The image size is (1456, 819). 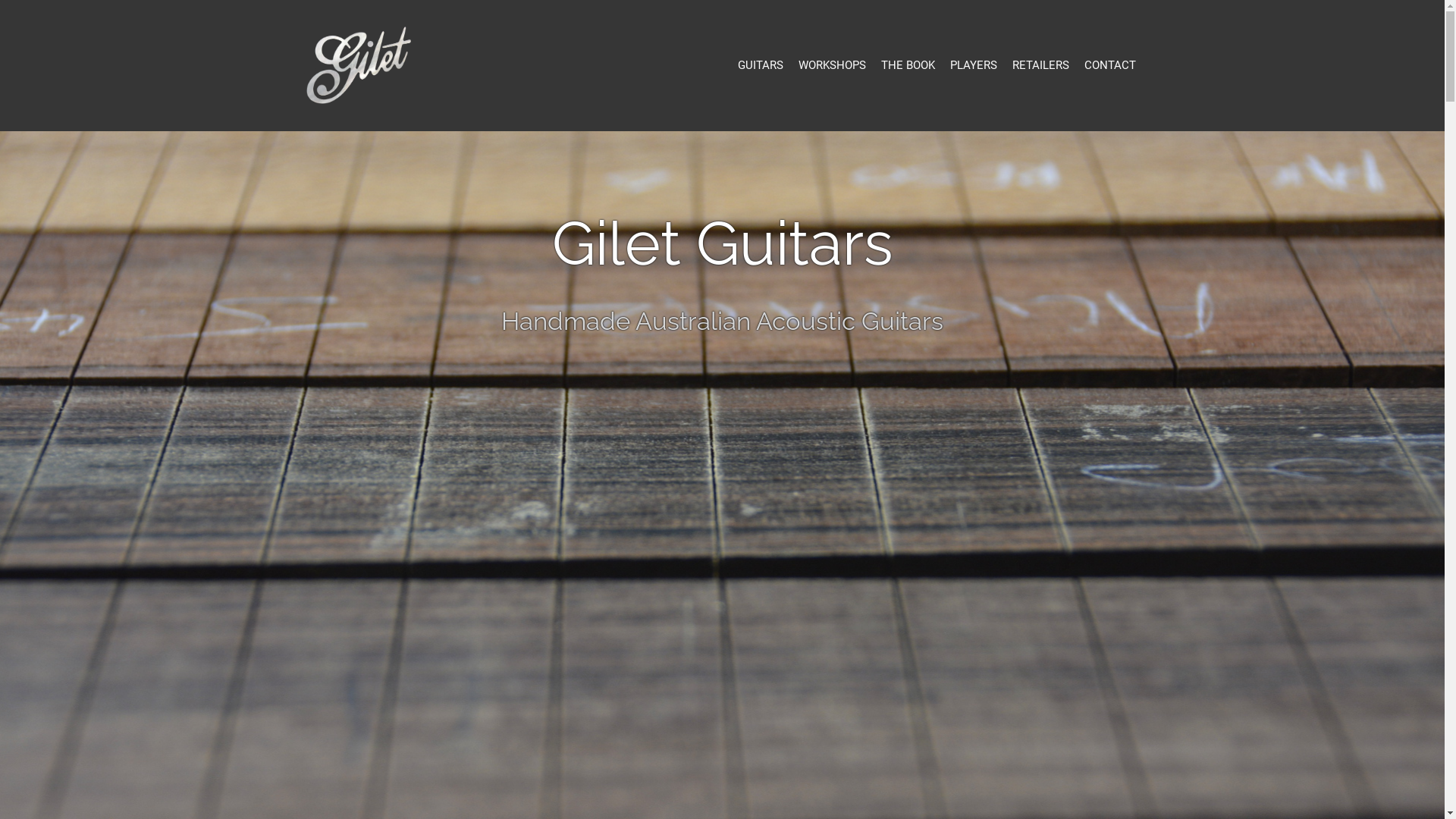 I want to click on 'THE BOOK', so click(x=908, y=64).